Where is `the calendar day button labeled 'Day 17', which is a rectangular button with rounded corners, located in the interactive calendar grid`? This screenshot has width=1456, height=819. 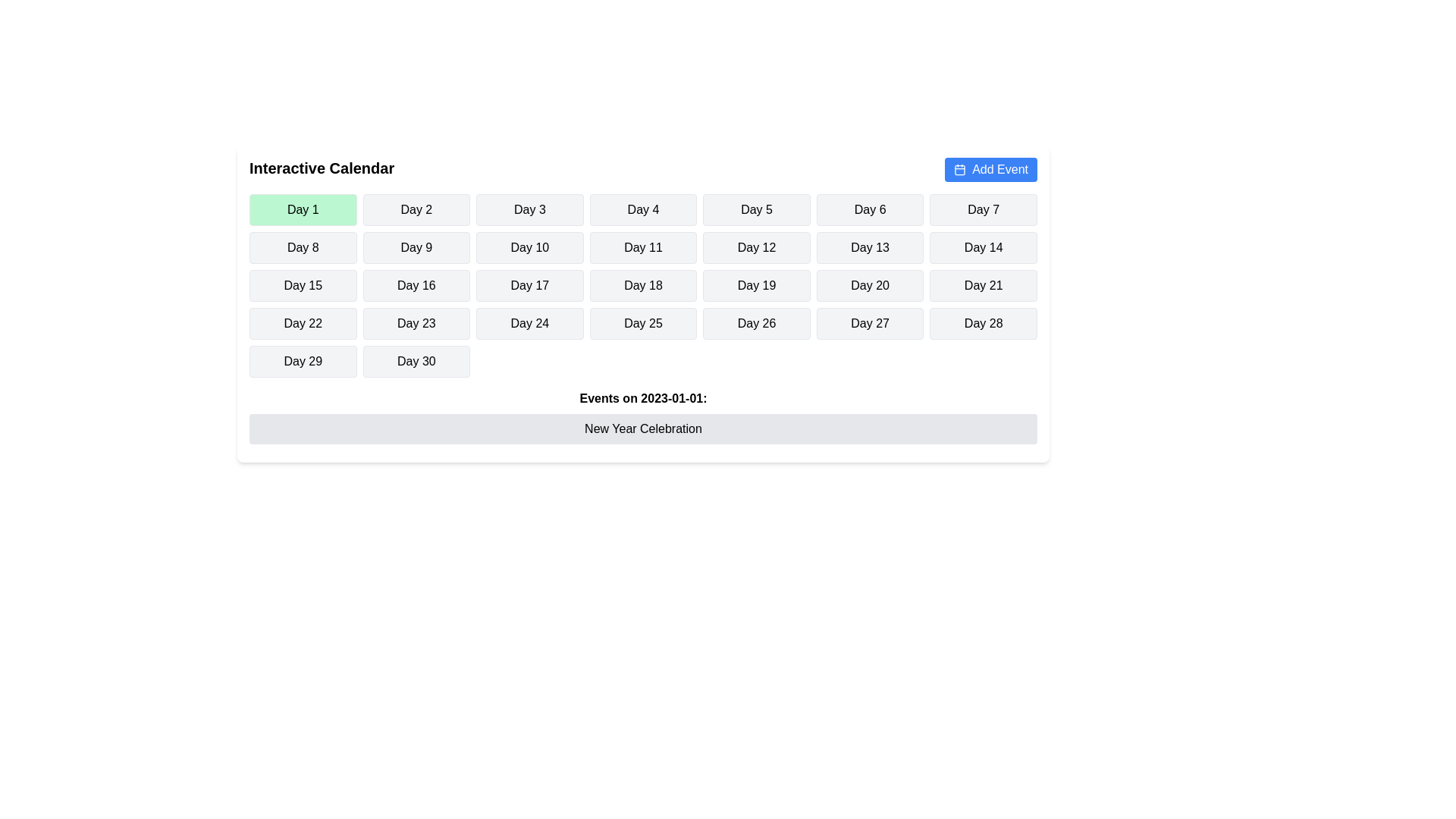 the calendar day button labeled 'Day 17', which is a rectangular button with rounded corners, located in the interactive calendar grid is located at coordinates (529, 286).